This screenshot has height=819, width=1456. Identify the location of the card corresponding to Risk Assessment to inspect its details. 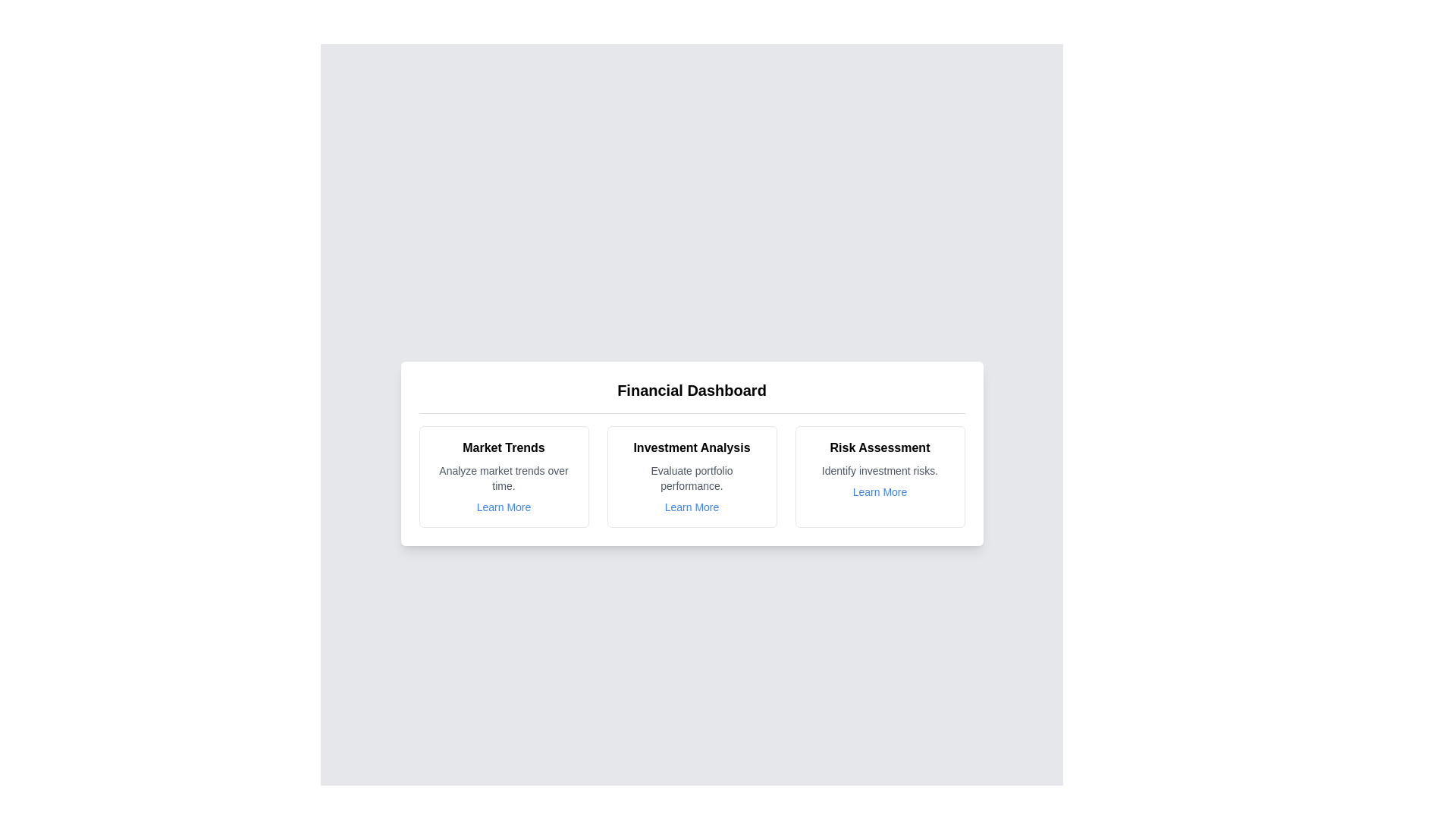
(880, 475).